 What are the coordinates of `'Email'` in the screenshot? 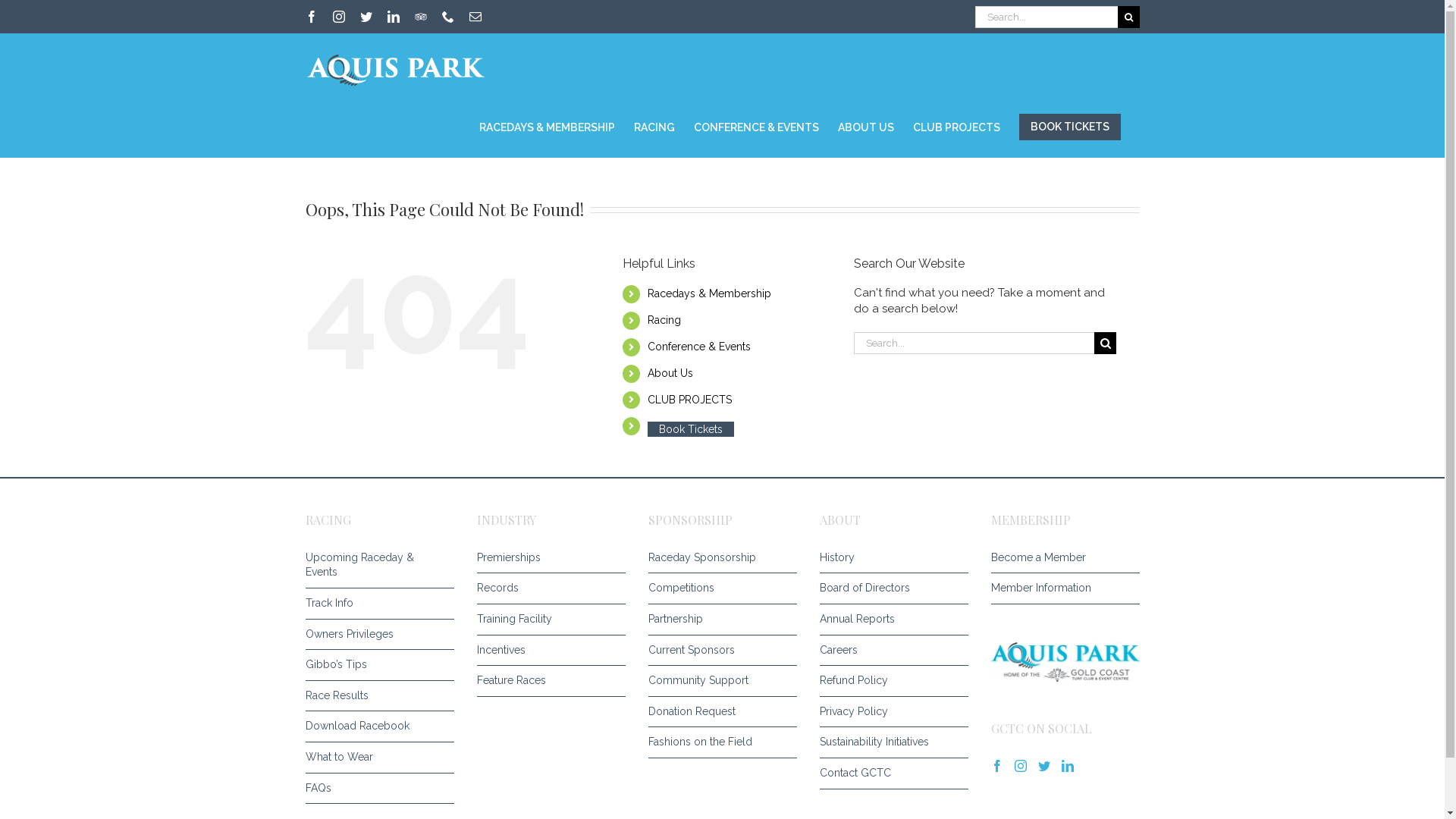 It's located at (473, 17).